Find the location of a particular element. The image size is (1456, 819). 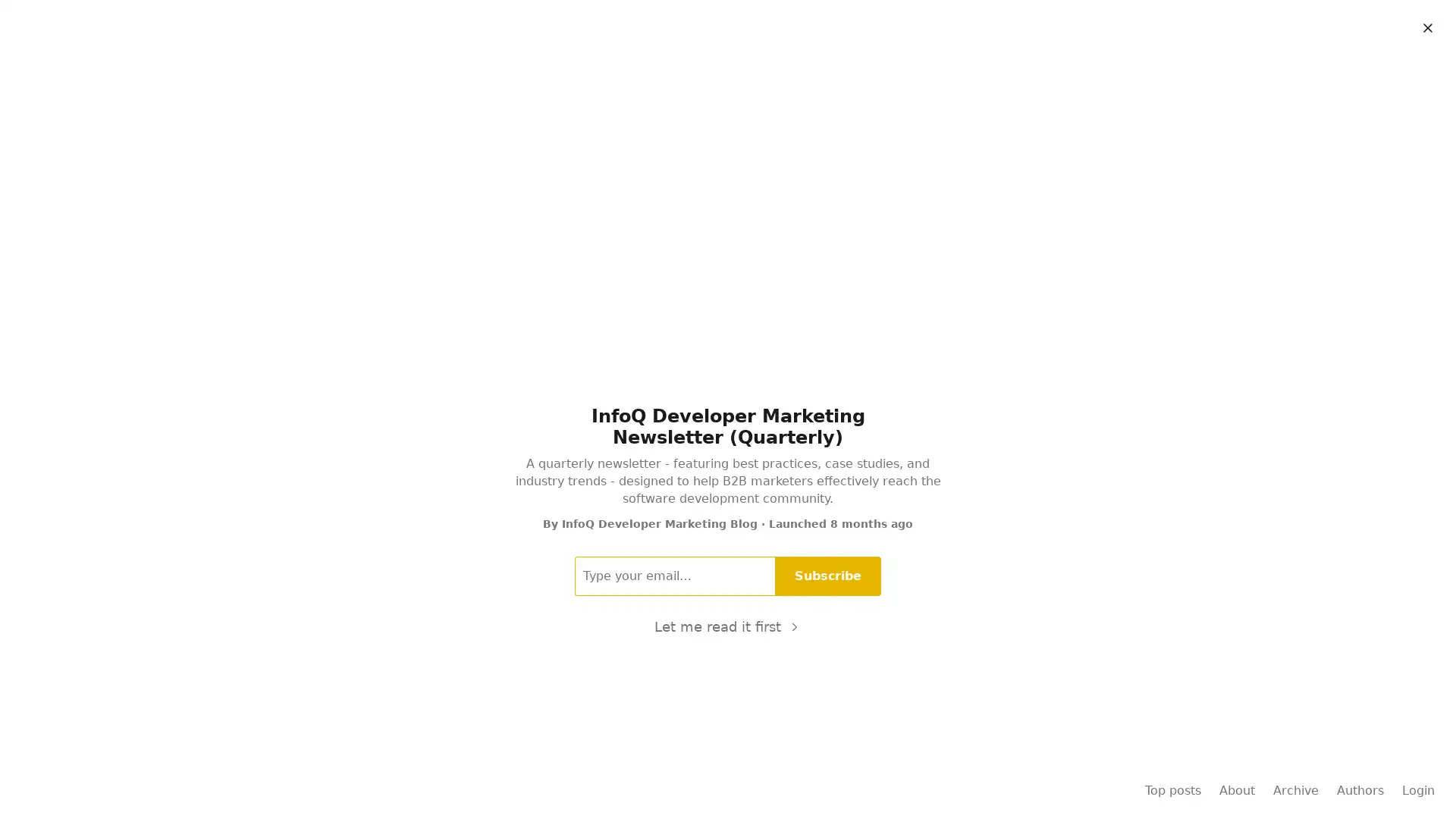

Home is located at coordinates (507, 66).